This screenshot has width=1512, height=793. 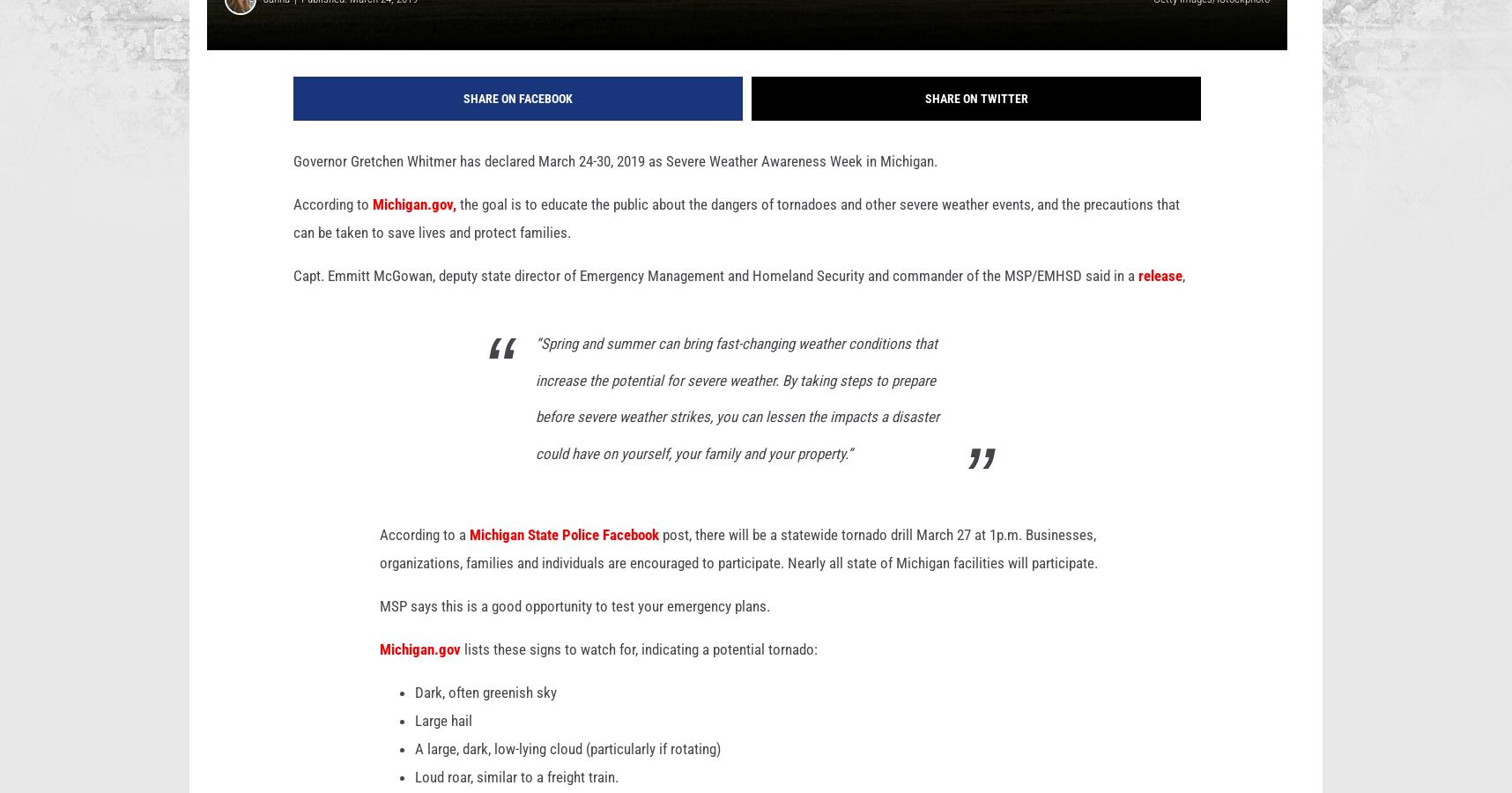 What do you see at coordinates (1182, 303) in the screenshot?
I see `','` at bounding box center [1182, 303].